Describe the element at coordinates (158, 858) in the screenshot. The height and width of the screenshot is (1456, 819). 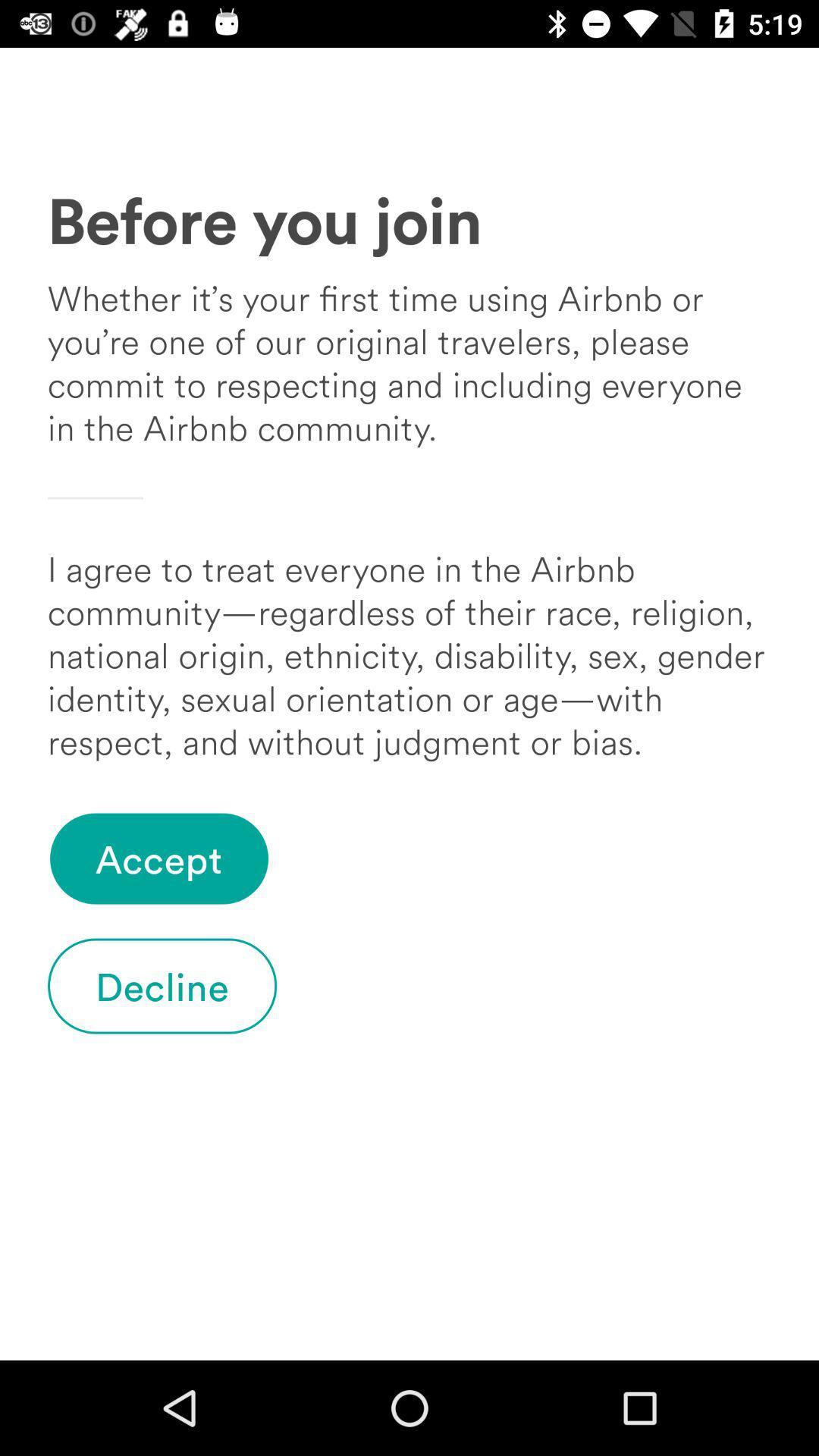
I see `the item above the decline icon` at that location.